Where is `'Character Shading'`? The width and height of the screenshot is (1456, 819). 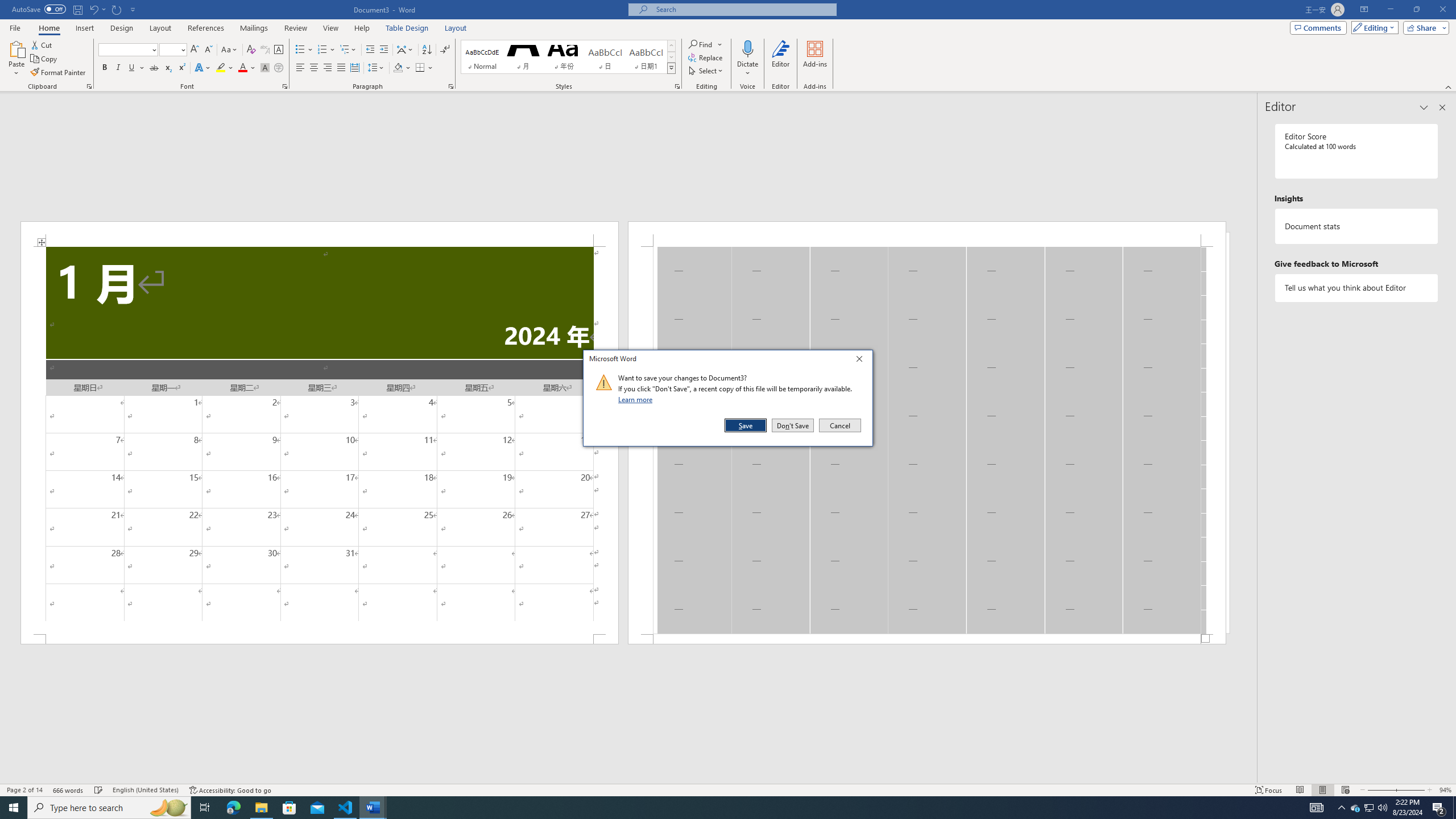
'Character Shading' is located at coordinates (264, 67).